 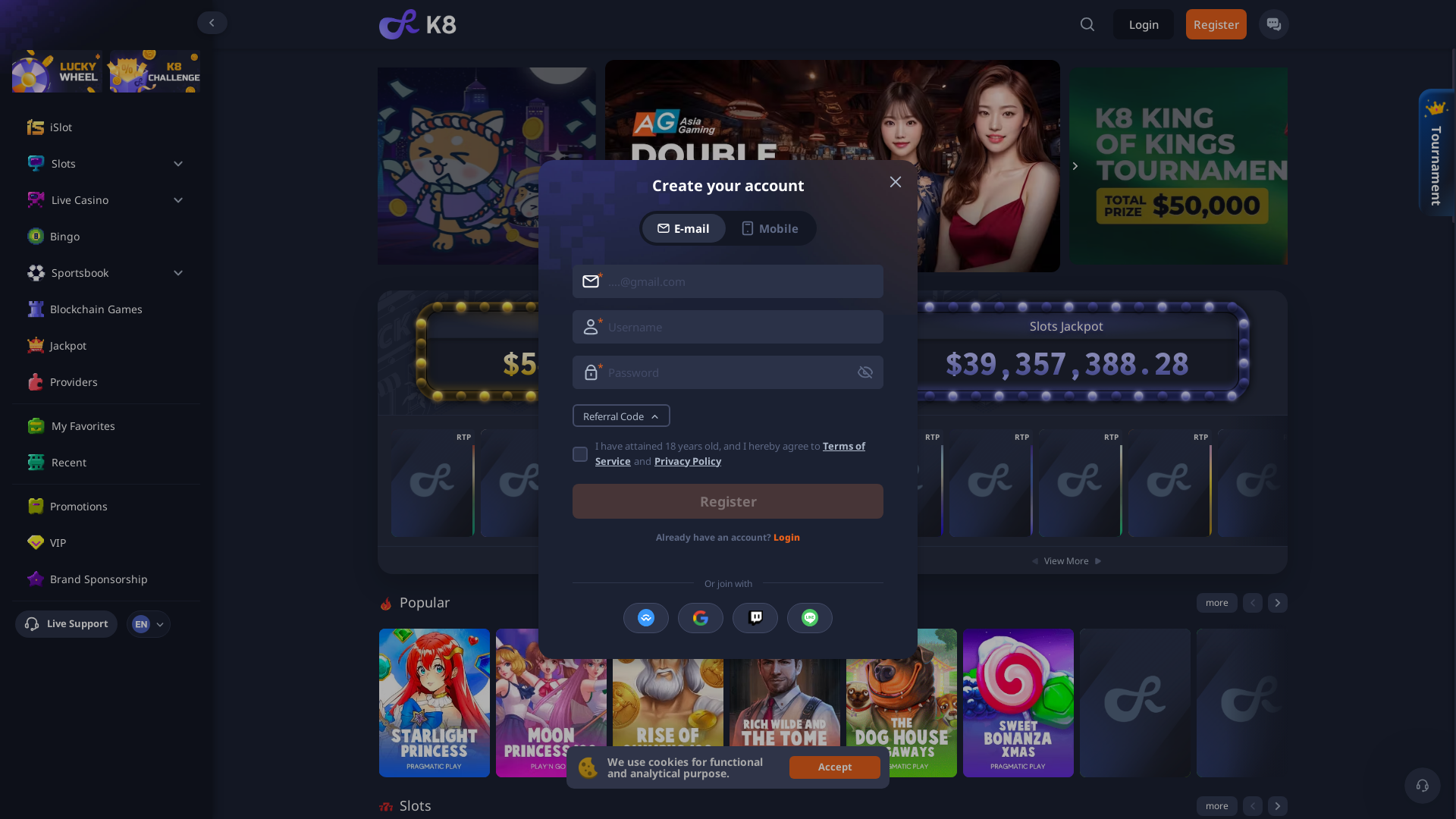 What do you see at coordinates (1135, 702) in the screenshot?
I see `'Drop'EM'` at bounding box center [1135, 702].